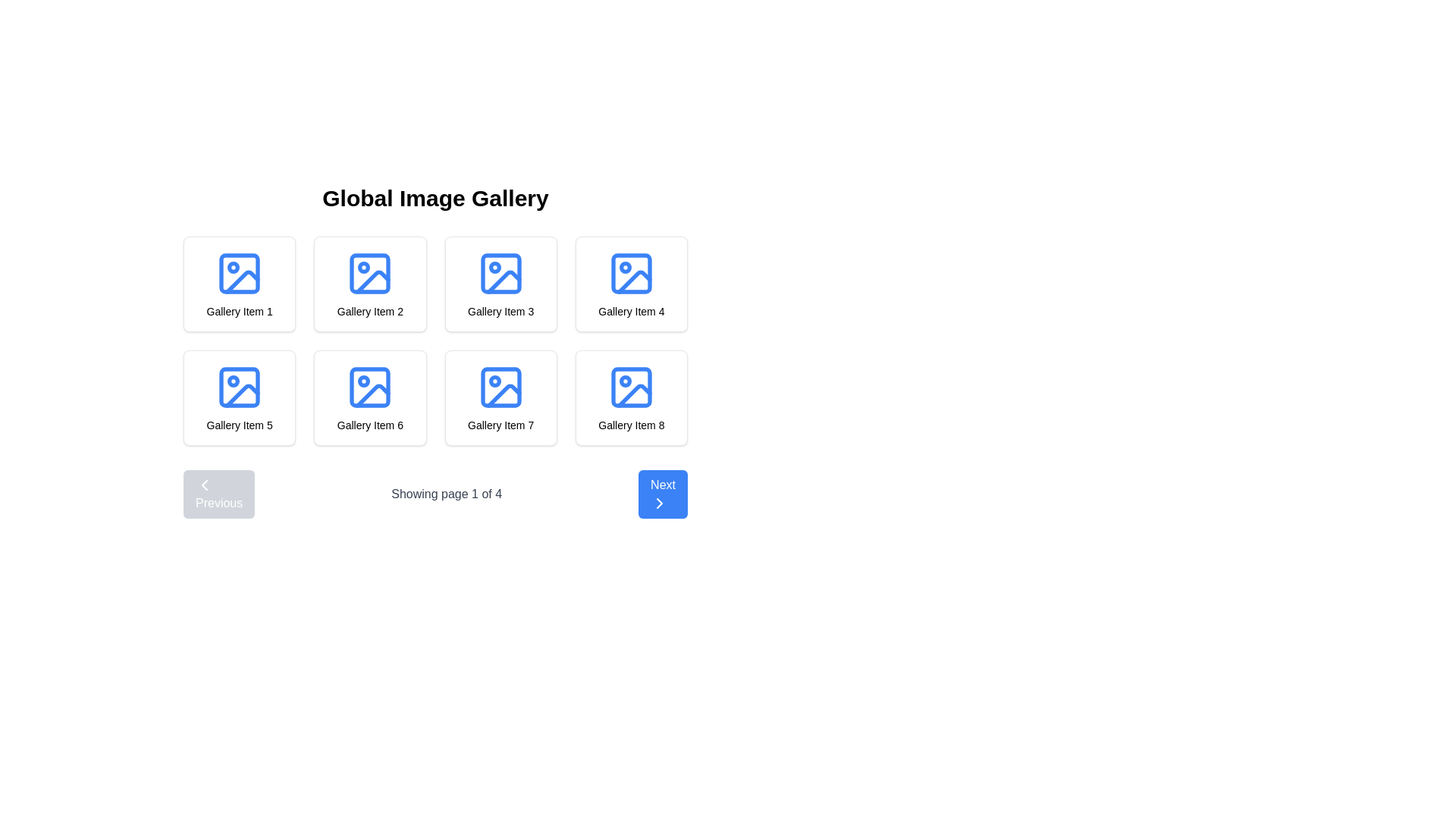 The width and height of the screenshot is (1456, 819). Describe the element at coordinates (370, 274) in the screenshot. I see `the icon representing 'Gallery Item 2', which is located in the second gallery item of the first row in the grid` at that location.